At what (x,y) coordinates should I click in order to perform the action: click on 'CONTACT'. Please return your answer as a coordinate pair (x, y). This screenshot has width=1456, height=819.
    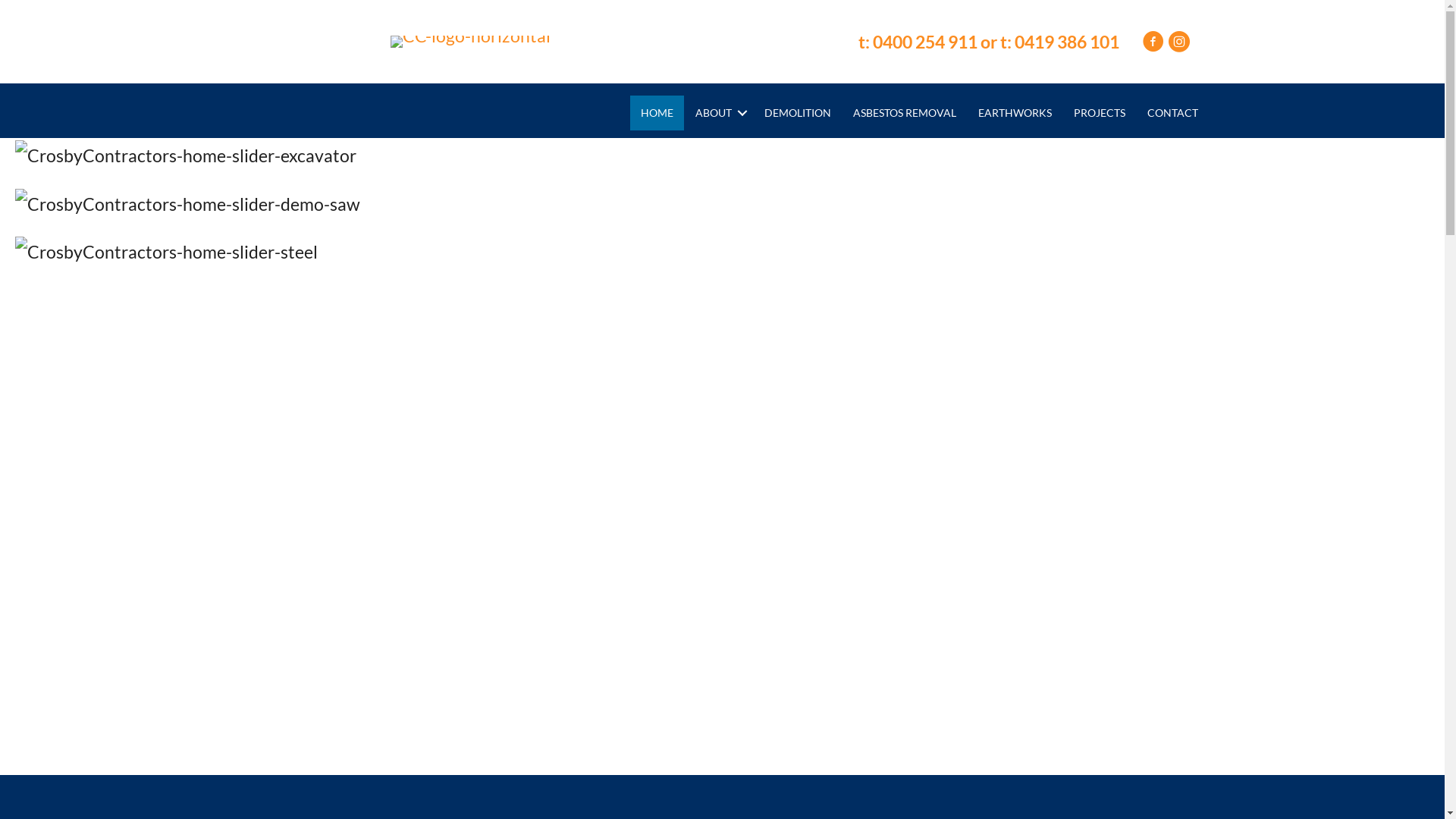
    Looking at the image, I should click on (1172, 112).